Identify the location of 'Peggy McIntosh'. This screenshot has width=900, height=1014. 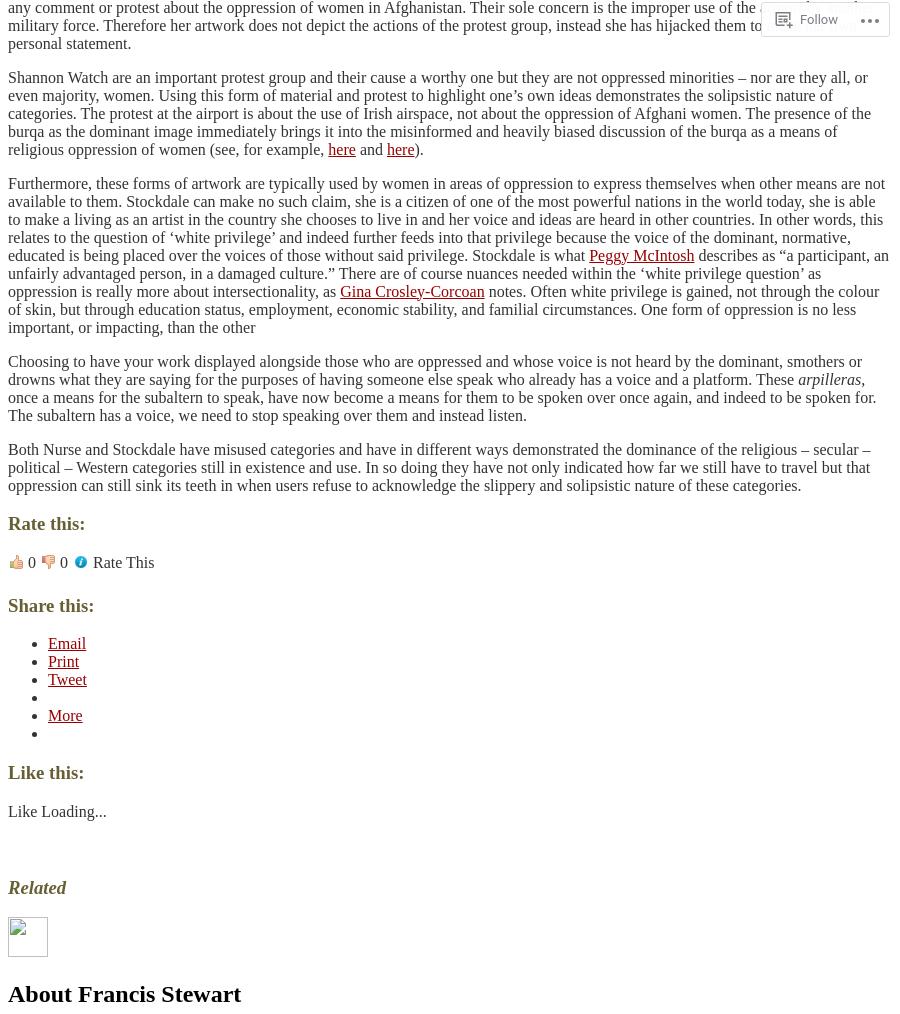
(641, 254).